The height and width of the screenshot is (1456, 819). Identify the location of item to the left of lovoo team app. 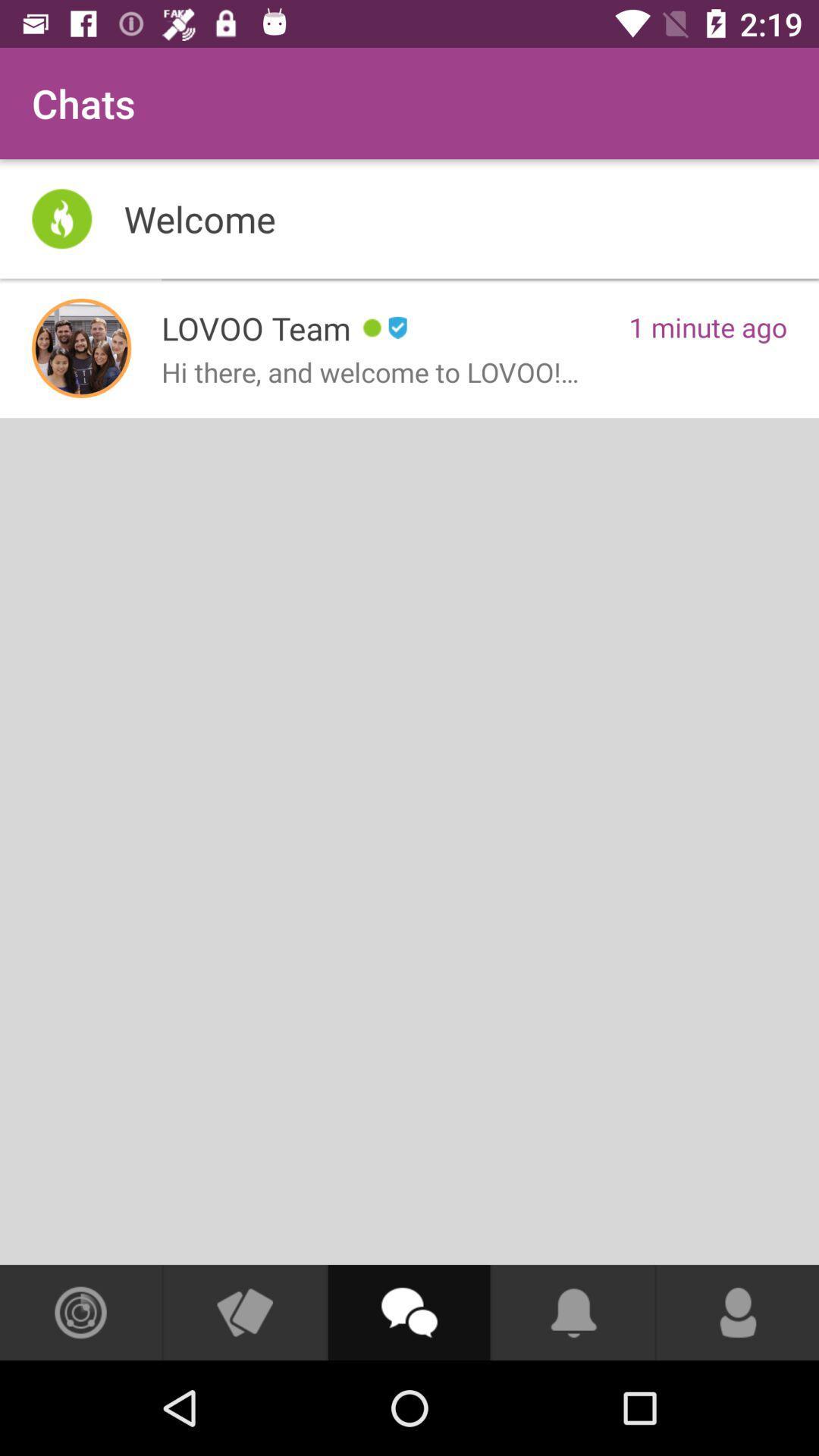
(81, 347).